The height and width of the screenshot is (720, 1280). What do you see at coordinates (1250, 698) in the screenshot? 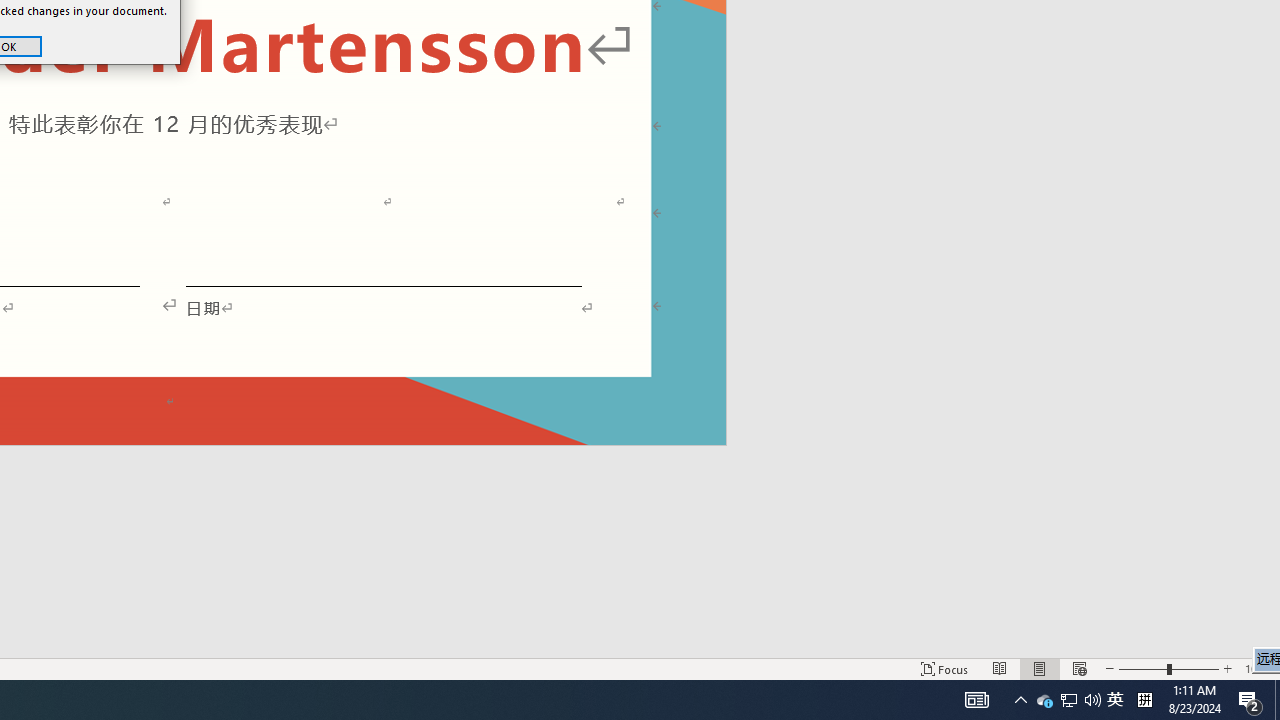
I see `'Action Center, 2 new notifications'` at bounding box center [1250, 698].